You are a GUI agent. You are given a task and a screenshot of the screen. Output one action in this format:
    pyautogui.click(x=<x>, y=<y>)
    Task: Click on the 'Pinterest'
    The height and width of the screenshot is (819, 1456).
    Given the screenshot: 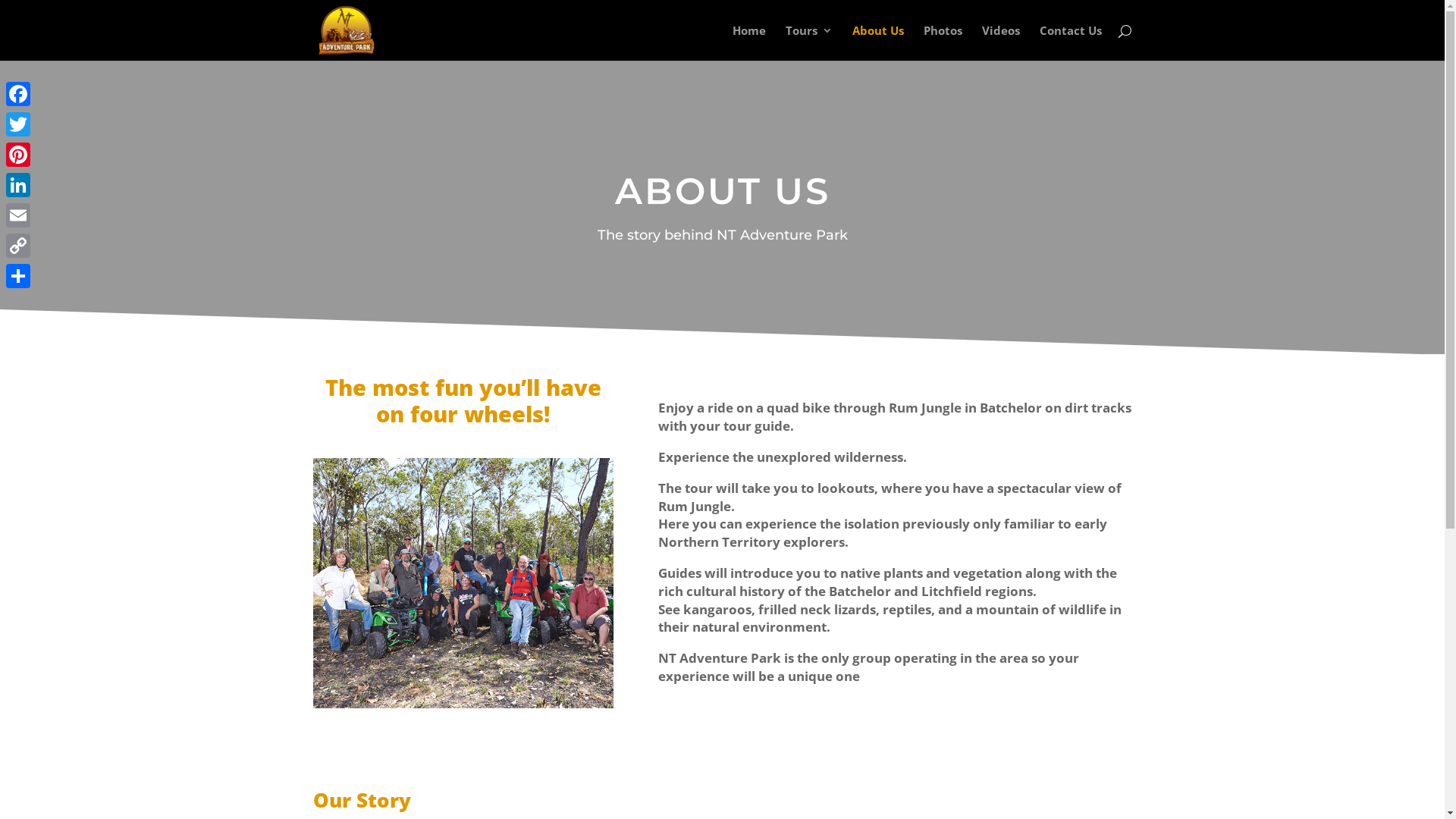 What is the action you would take?
    pyautogui.click(x=18, y=155)
    